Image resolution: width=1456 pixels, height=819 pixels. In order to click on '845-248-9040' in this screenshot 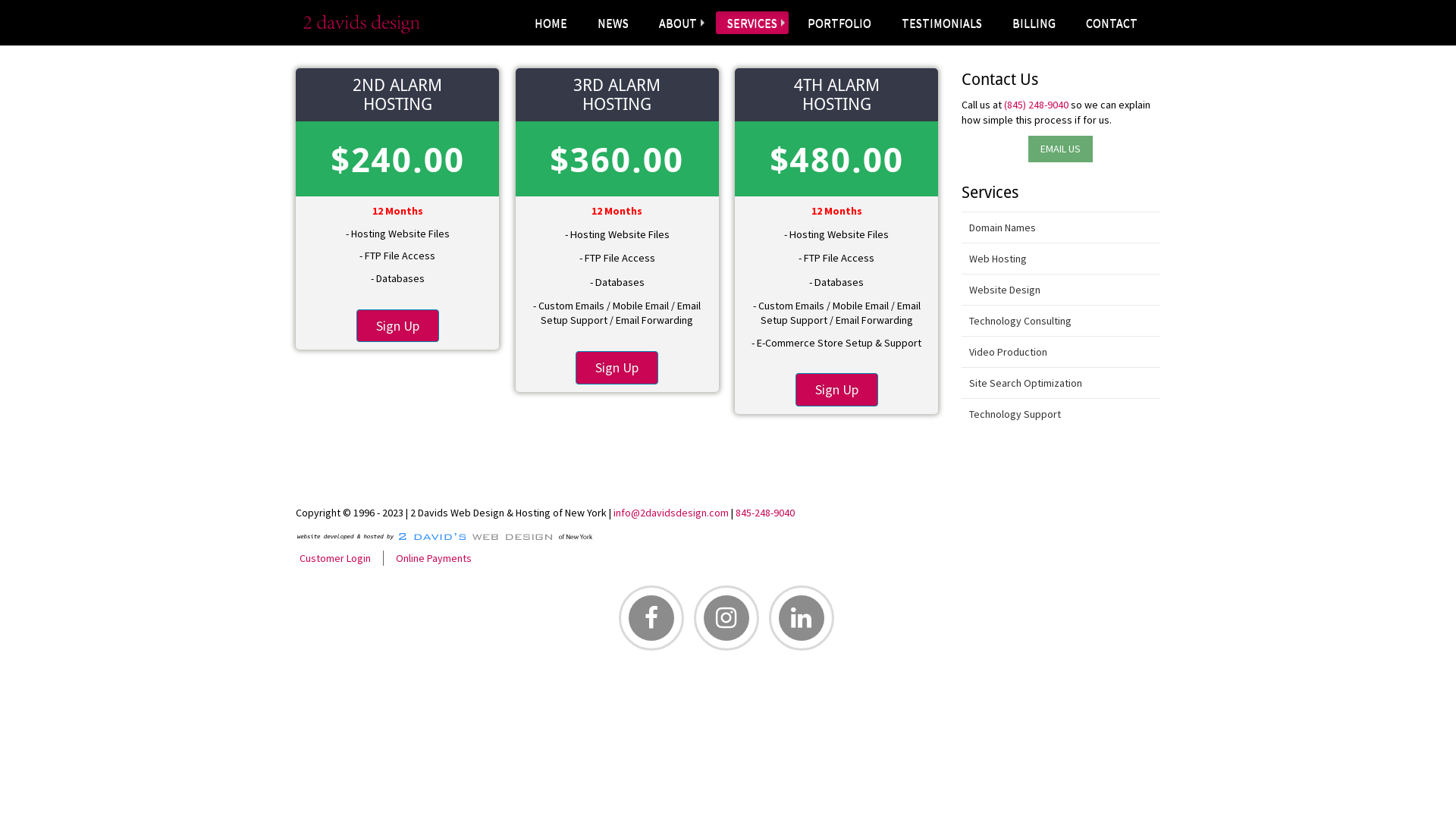, I will do `click(764, 512)`.